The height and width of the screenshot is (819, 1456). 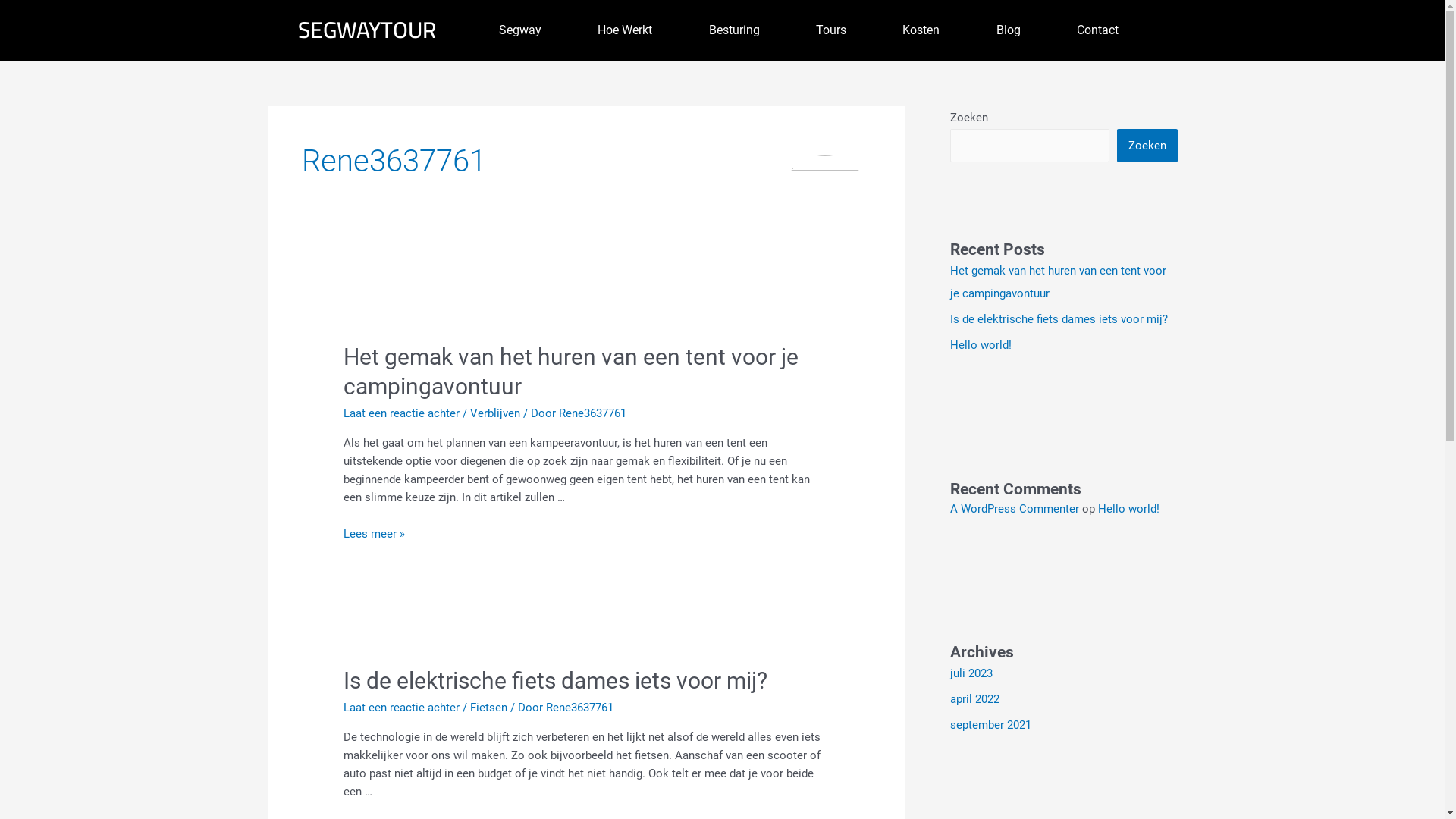 I want to click on 'Verblijven', so click(x=494, y=413).